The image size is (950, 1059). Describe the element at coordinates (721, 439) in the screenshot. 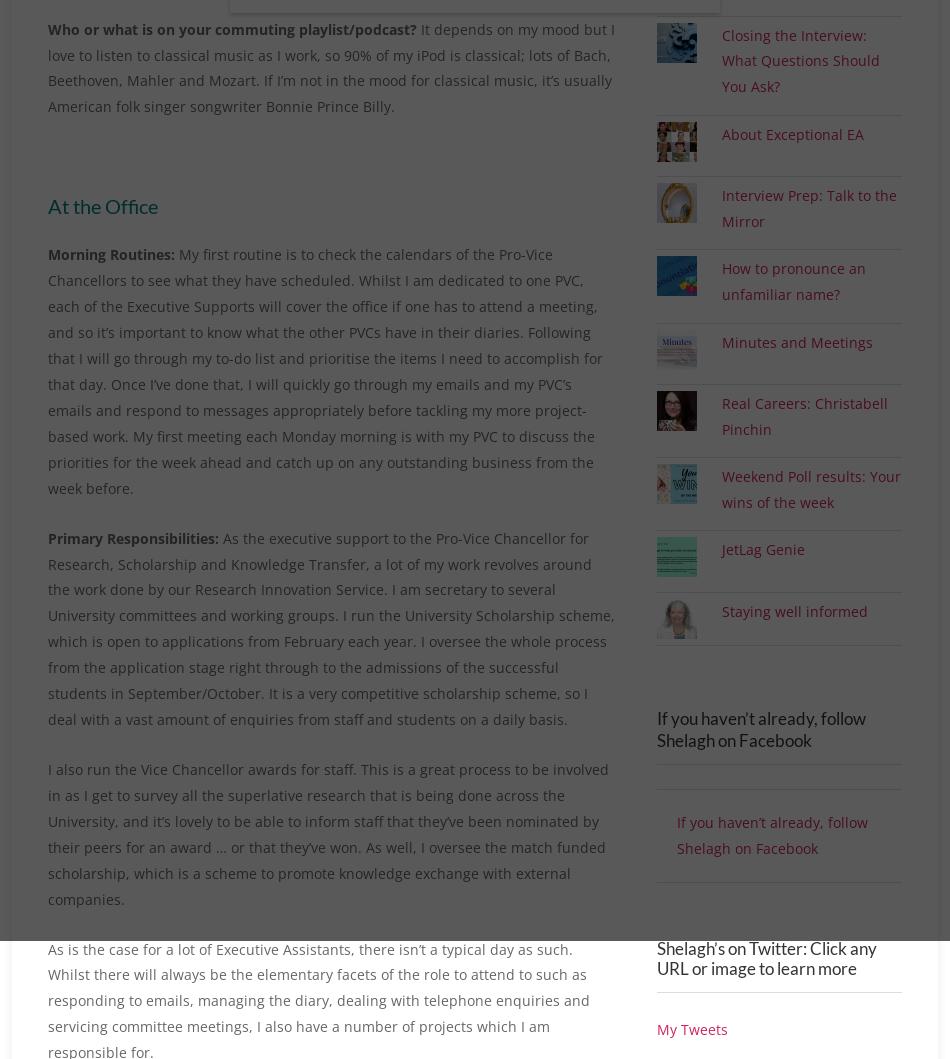

I see `'Real Careers: Christabell Pinchin'` at that location.